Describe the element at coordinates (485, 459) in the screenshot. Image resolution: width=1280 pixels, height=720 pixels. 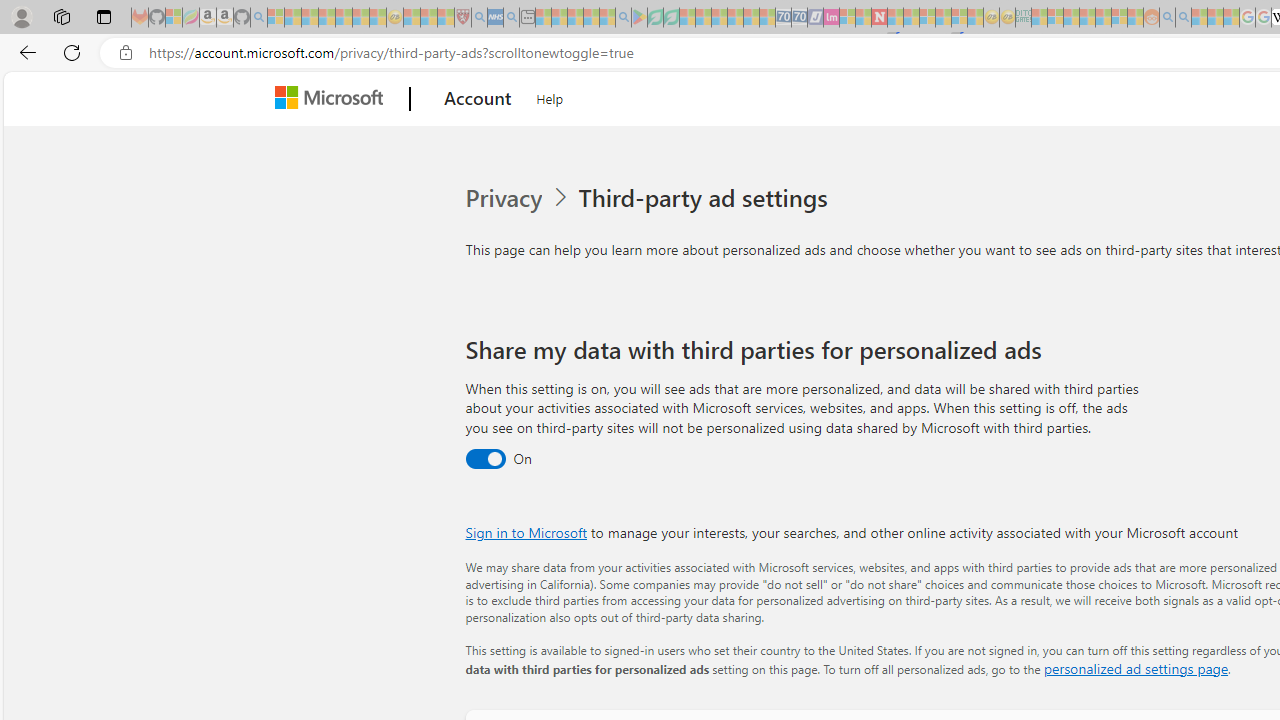
I see `'Third party data sharing toggle'` at that location.